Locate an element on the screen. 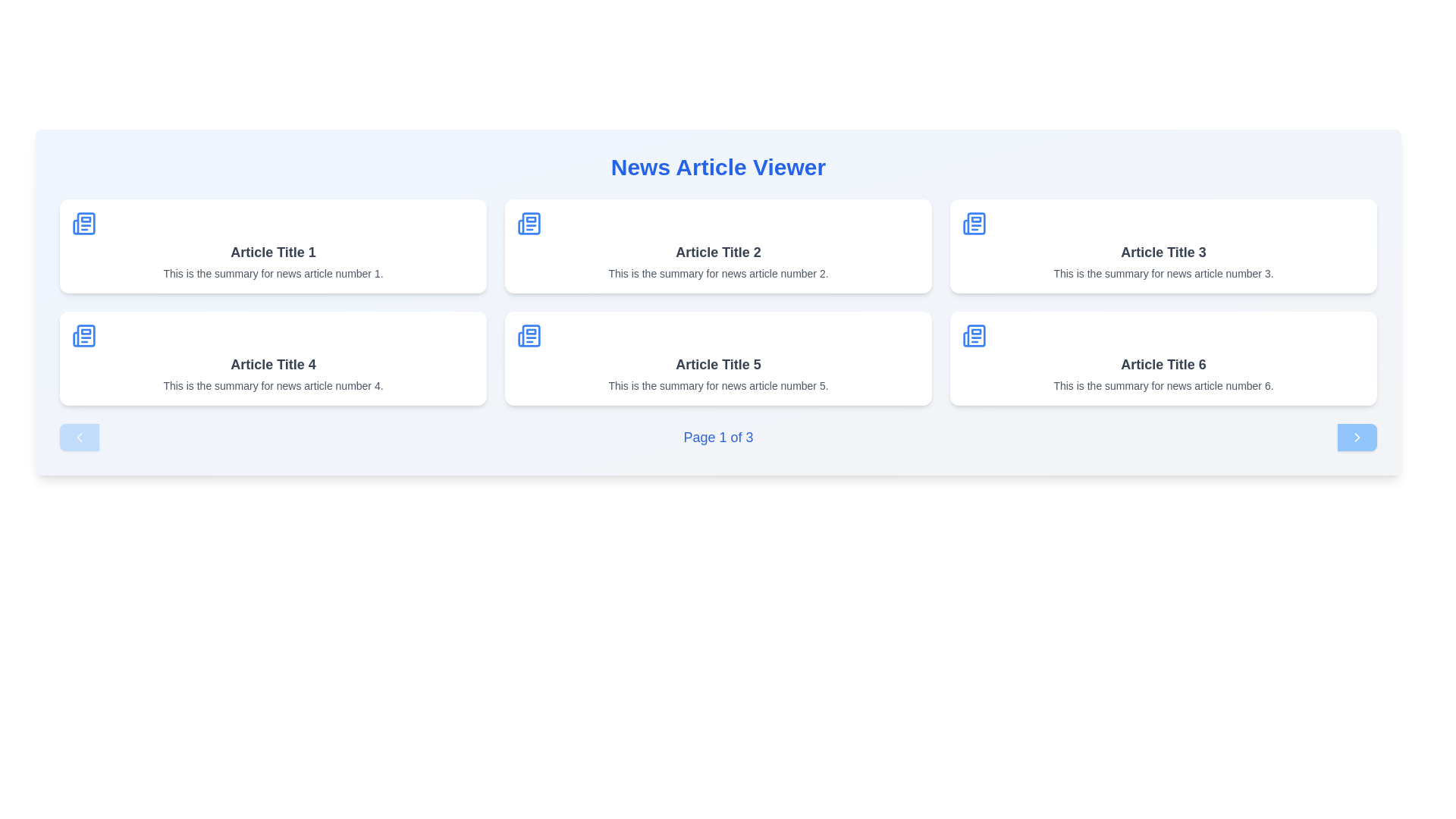  the blue newspaper icon located in the card for 'Article Title 5' is located at coordinates (529, 335).